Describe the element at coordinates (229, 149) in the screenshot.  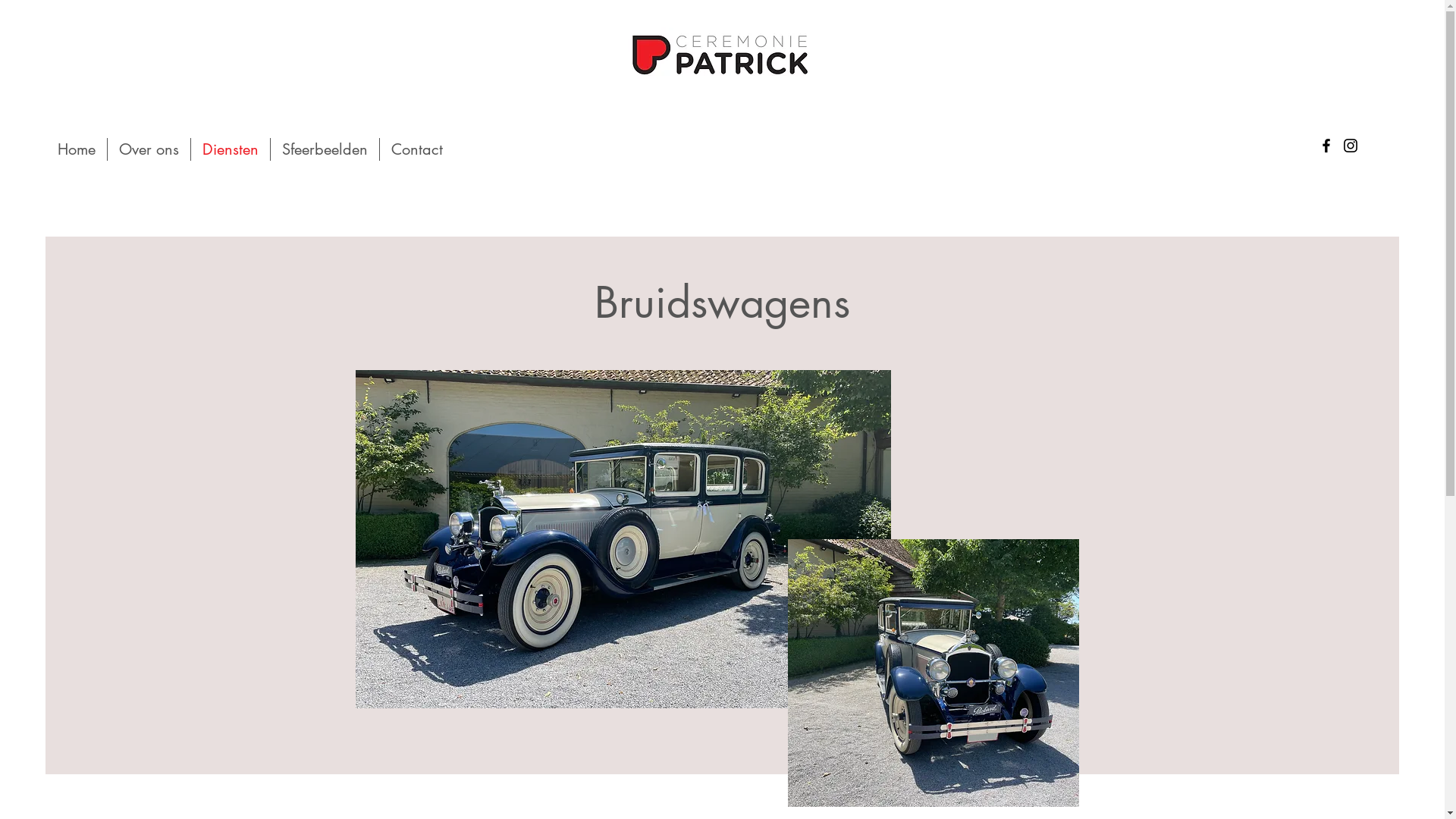
I see `'Diensten'` at that location.